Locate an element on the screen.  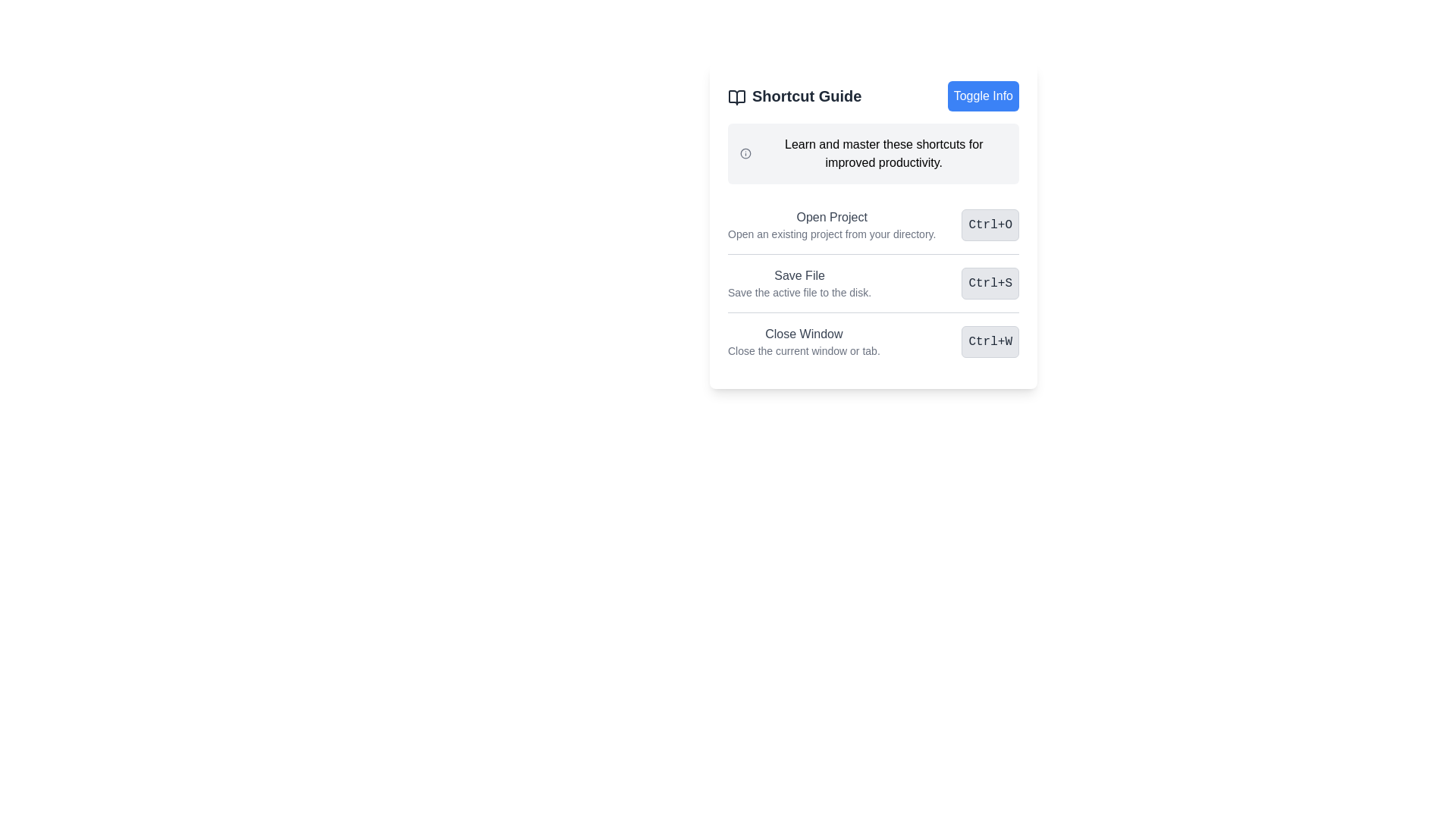
the descriptive text element that provides additional information about the 'Close Window' action, positioned below the 'Close Window' title is located at coordinates (803, 350).